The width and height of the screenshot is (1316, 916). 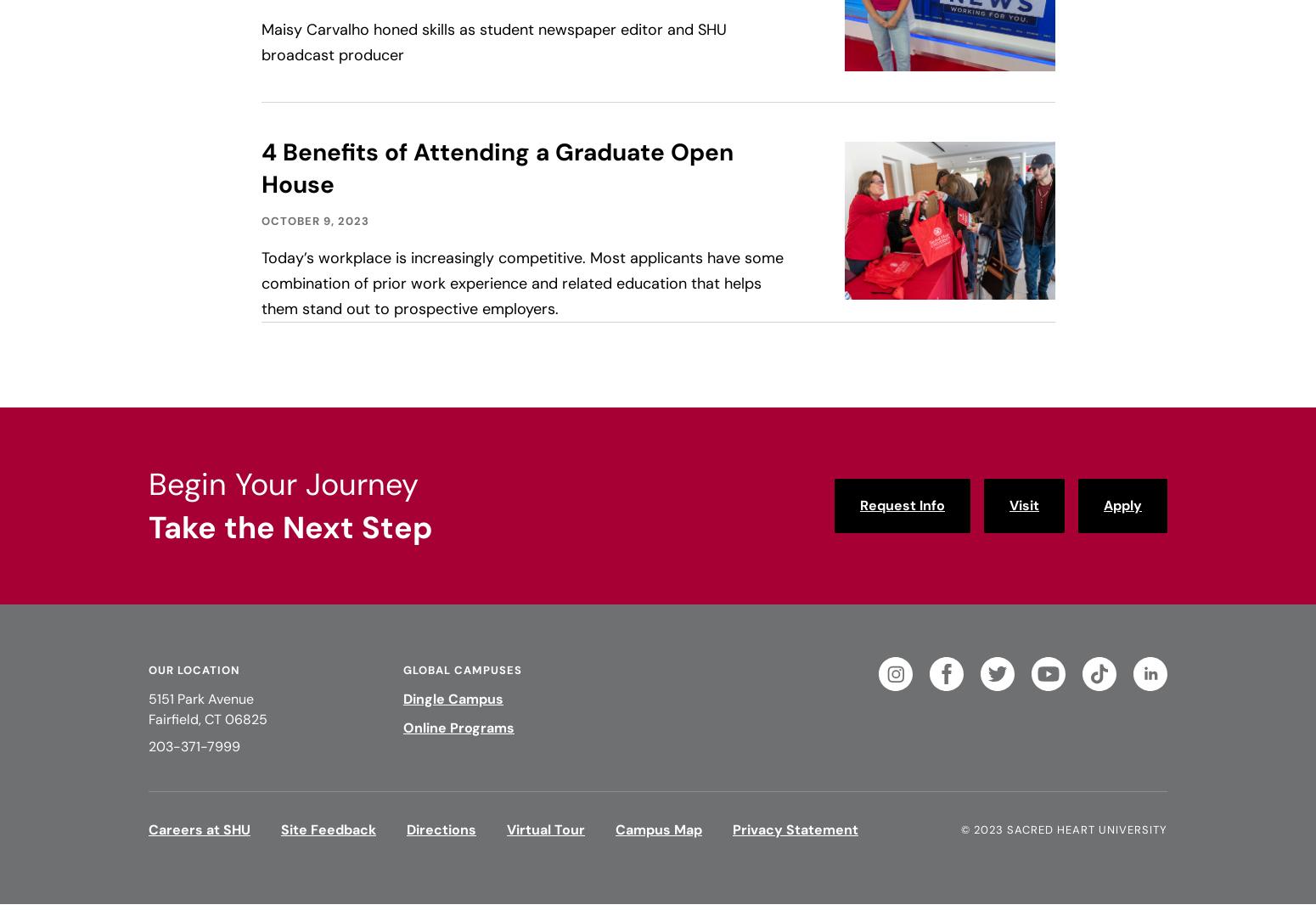 I want to click on 'CT', so click(x=212, y=719).